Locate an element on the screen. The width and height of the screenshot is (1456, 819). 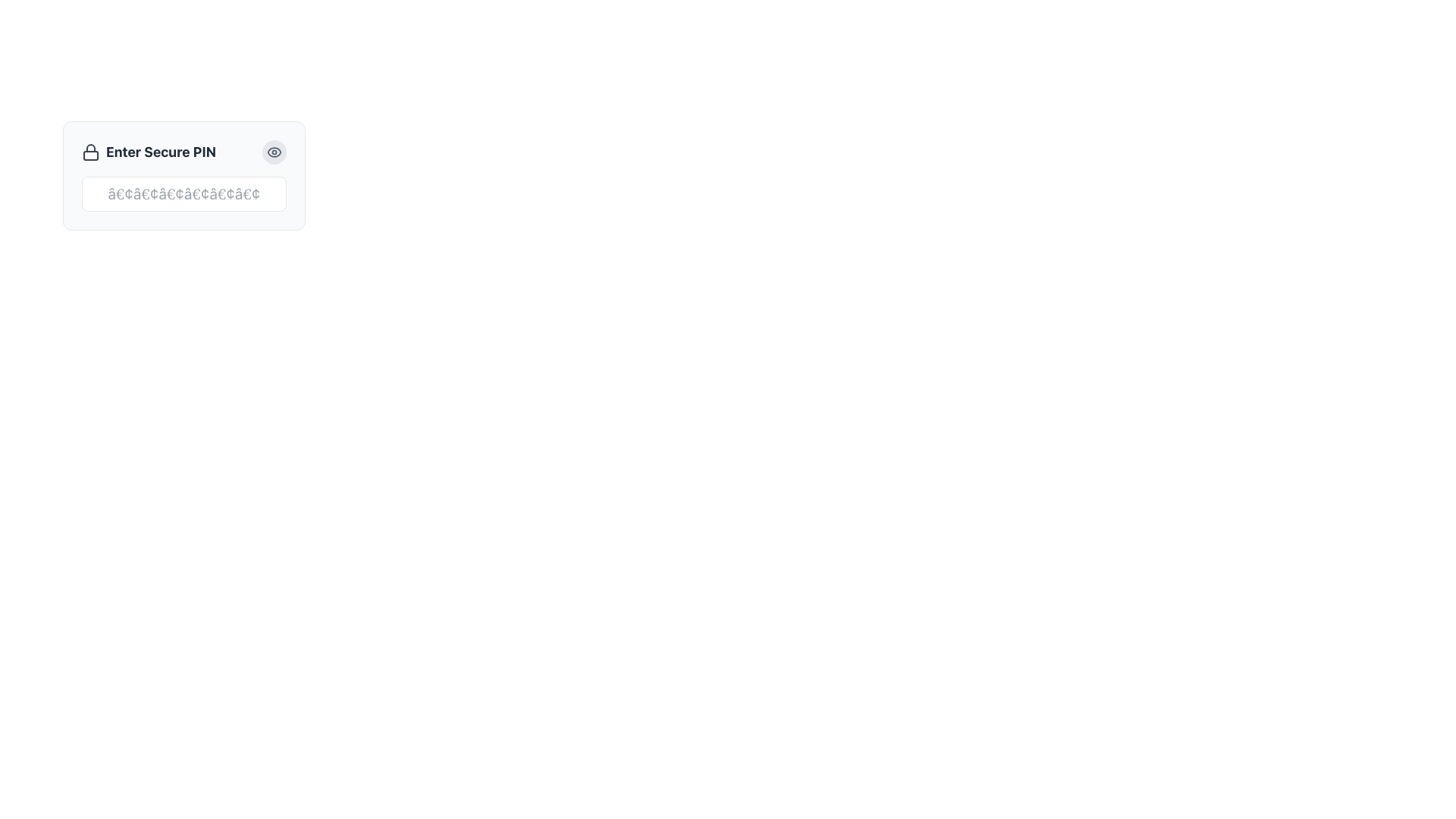
the visibility toggle button located in the top-right corner of the secure PIN input field is located at coordinates (274, 152).